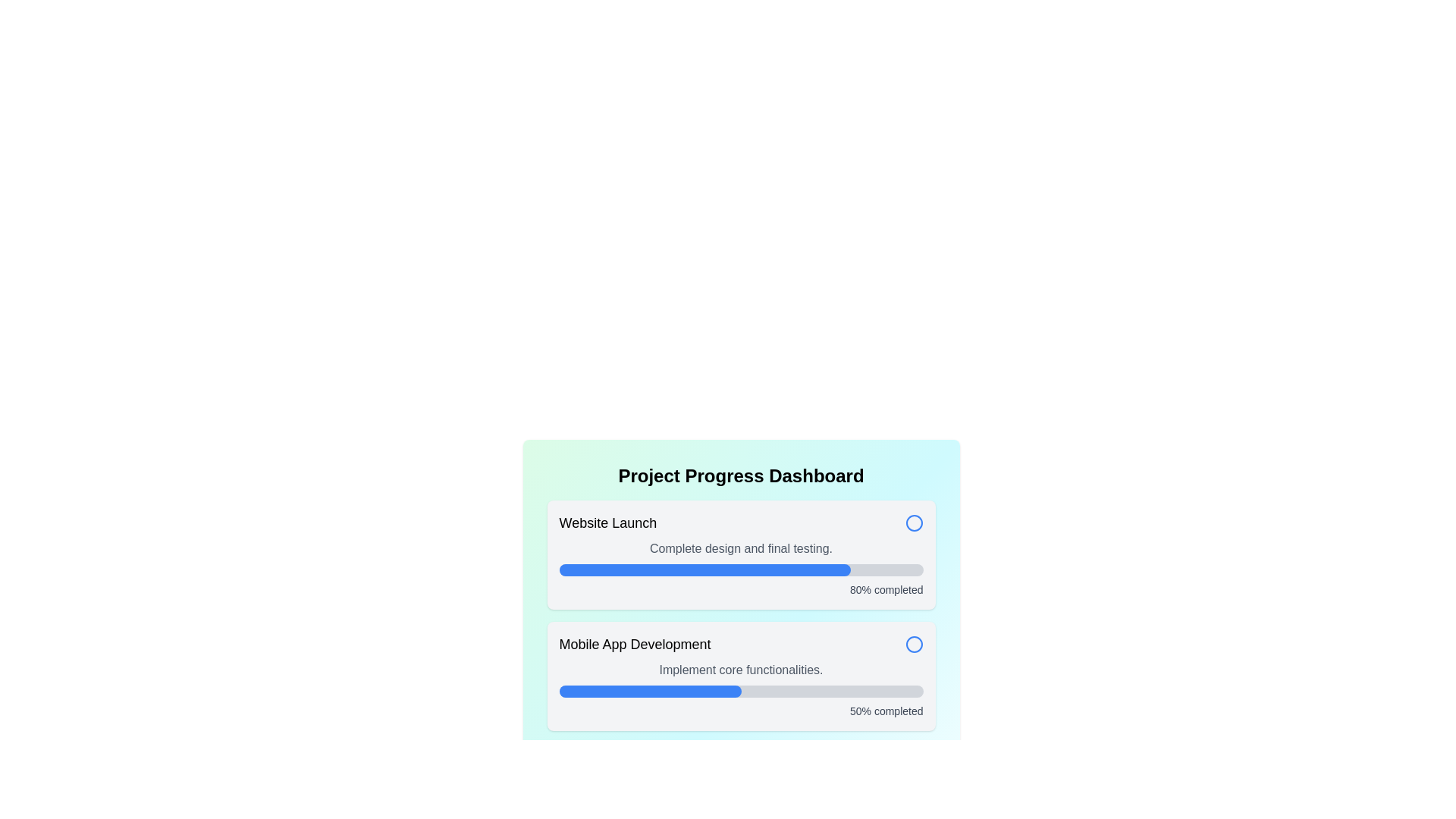 The width and height of the screenshot is (1456, 819). What do you see at coordinates (741, 549) in the screenshot?
I see `the static text reading 'Complete design and final testing.' located in the second row under the 'Website Launch' section` at bounding box center [741, 549].